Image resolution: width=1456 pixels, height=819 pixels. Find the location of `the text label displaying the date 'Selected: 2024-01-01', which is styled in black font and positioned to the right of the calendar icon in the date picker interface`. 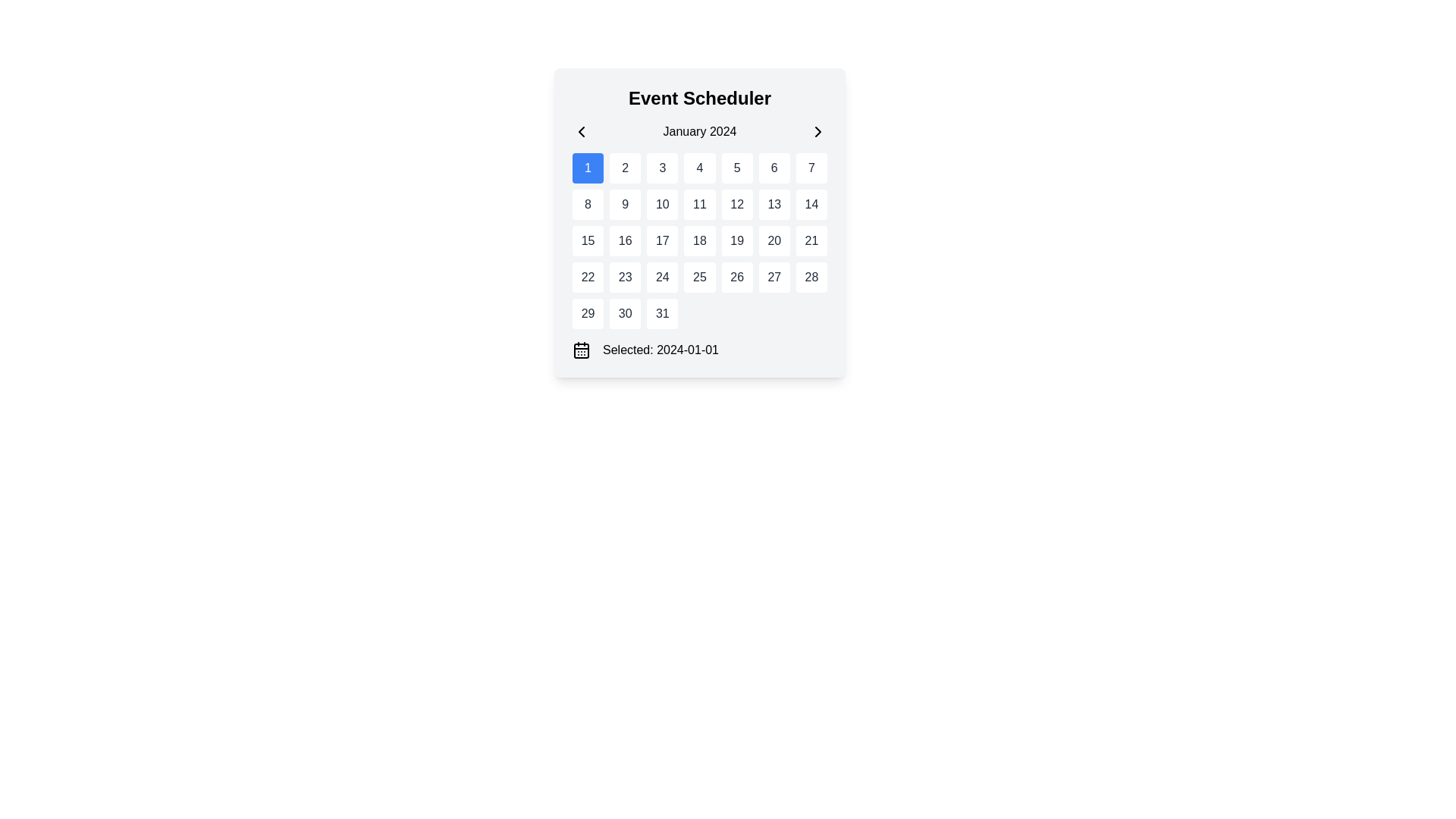

the text label displaying the date 'Selected: 2024-01-01', which is styled in black font and positioned to the right of the calendar icon in the date picker interface is located at coordinates (661, 350).